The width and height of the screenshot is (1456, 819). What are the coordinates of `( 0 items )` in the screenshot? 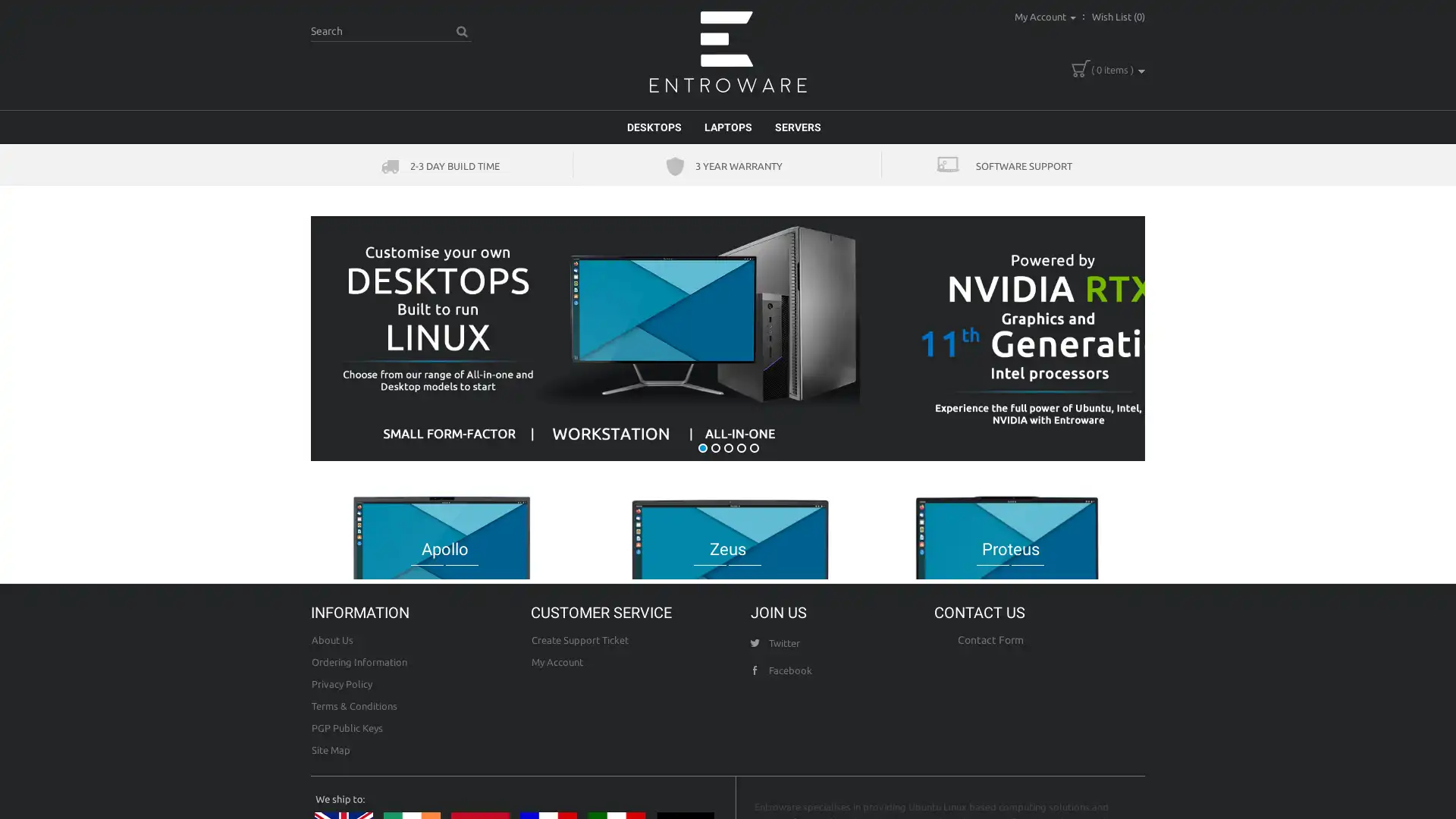 It's located at (1108, 69).